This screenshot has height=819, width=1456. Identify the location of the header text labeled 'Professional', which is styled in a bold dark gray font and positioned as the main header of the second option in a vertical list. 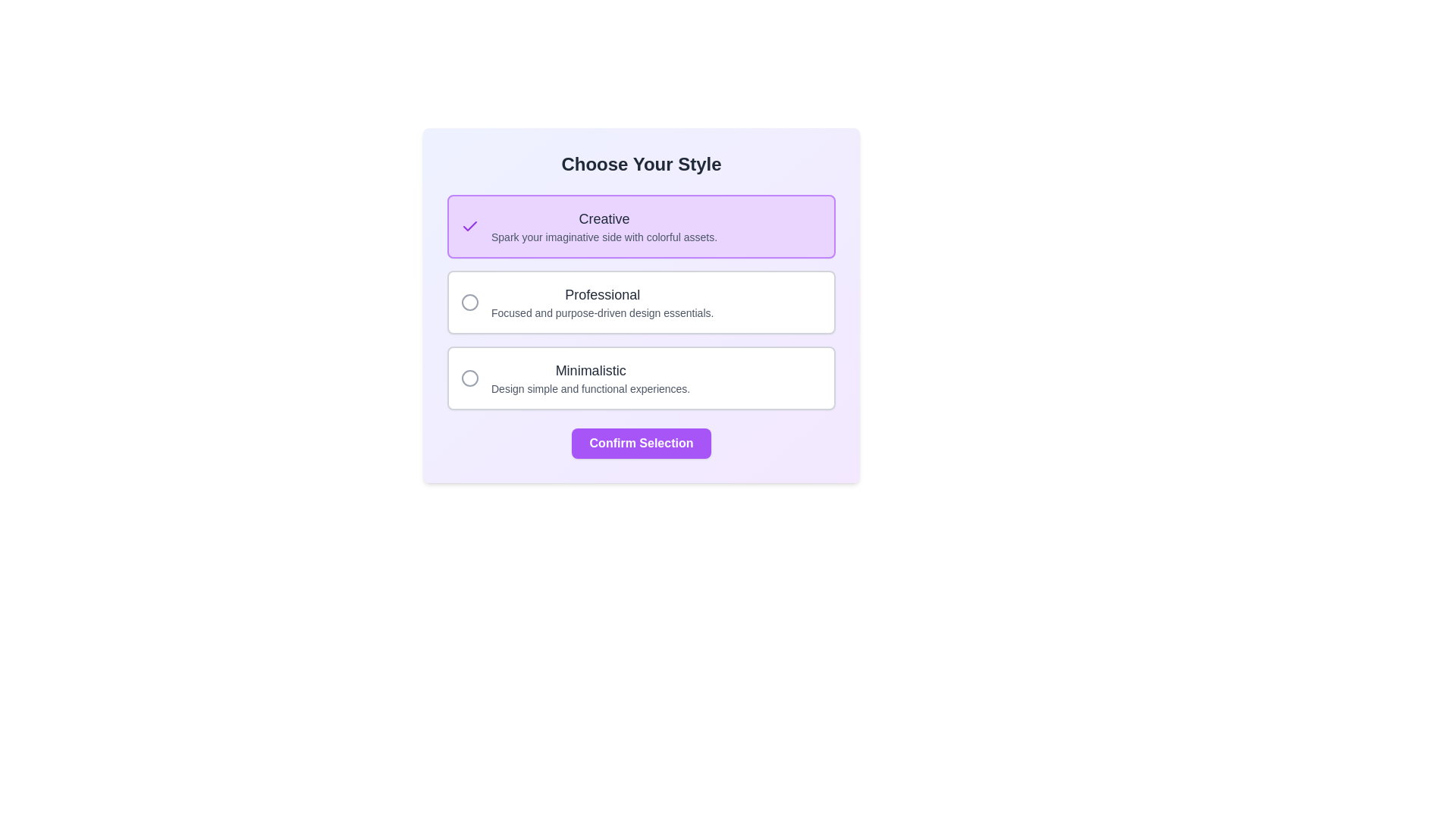
(601, 295).